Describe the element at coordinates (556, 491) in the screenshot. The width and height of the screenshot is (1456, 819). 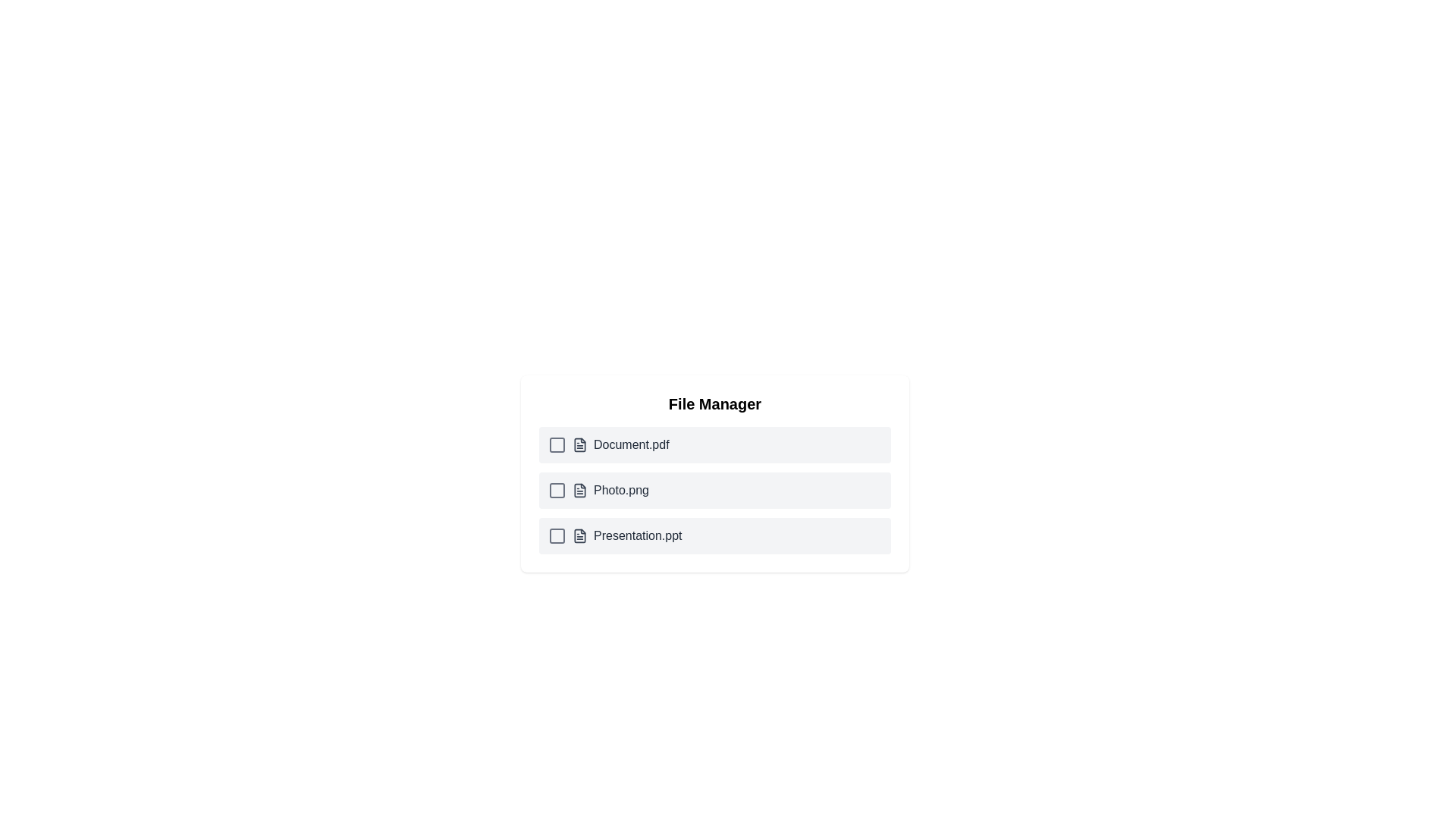
I see `the checkbox associated with the 'Photo.png' file row` at that location.